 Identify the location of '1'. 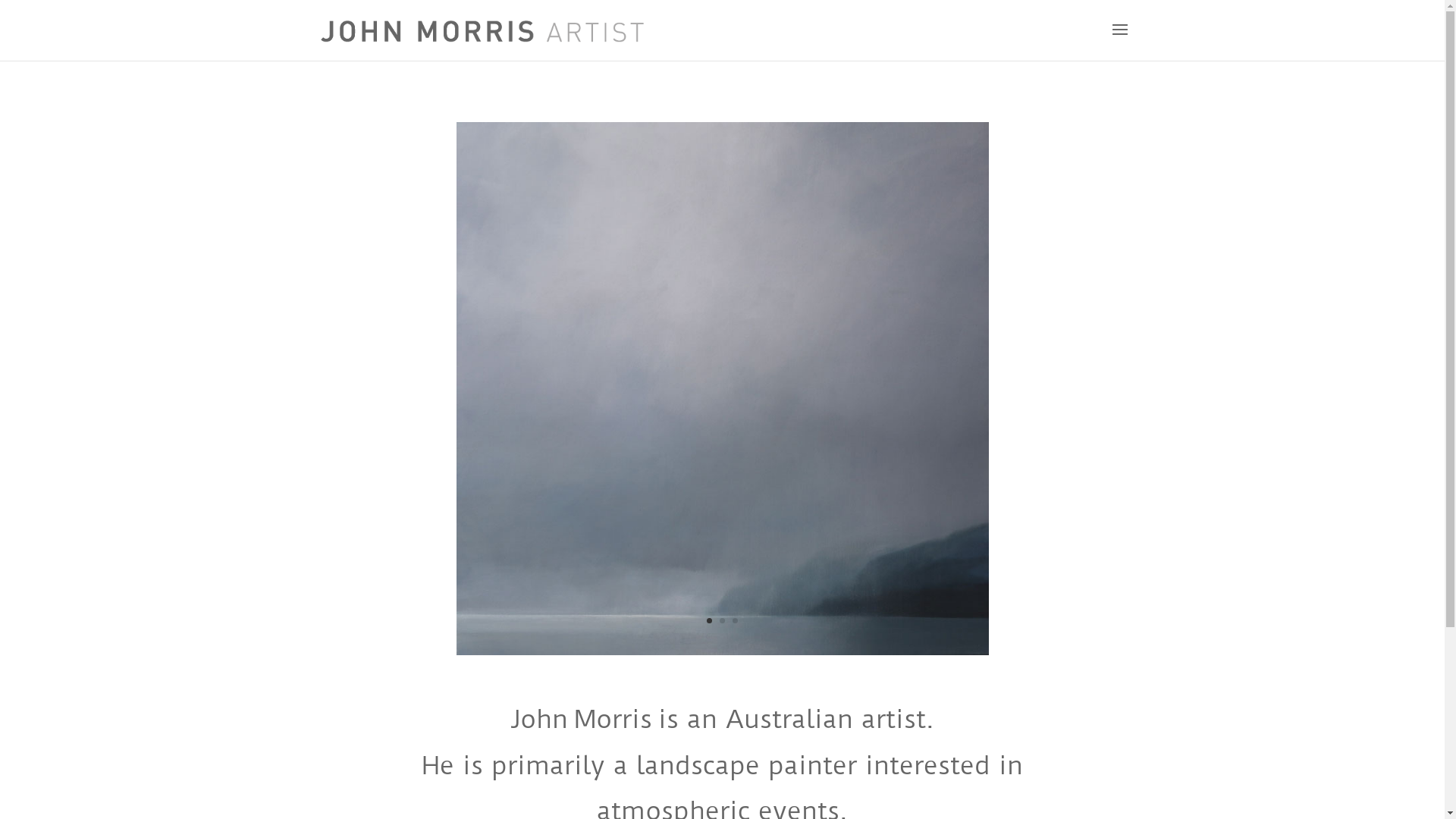
(708, 620).